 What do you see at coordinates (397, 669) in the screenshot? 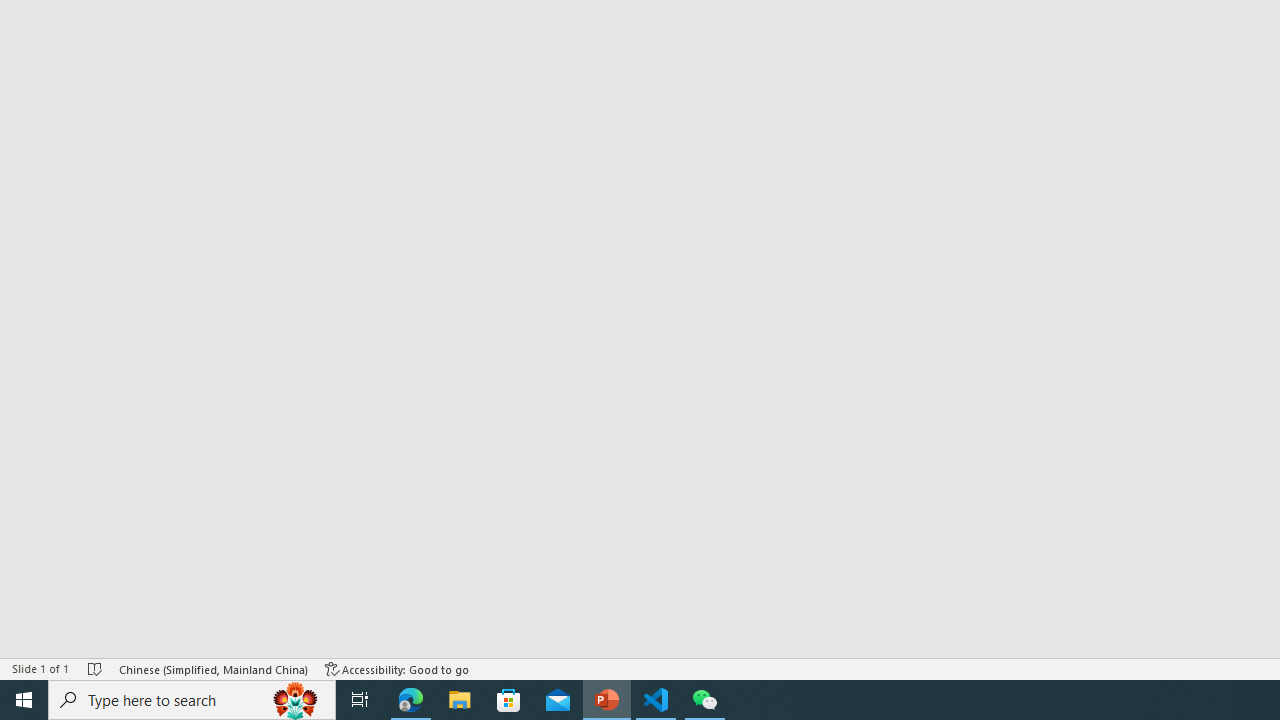
I see `'Accessibility Checker Accessibility: Good to go'` at bounding box center [397, 669].